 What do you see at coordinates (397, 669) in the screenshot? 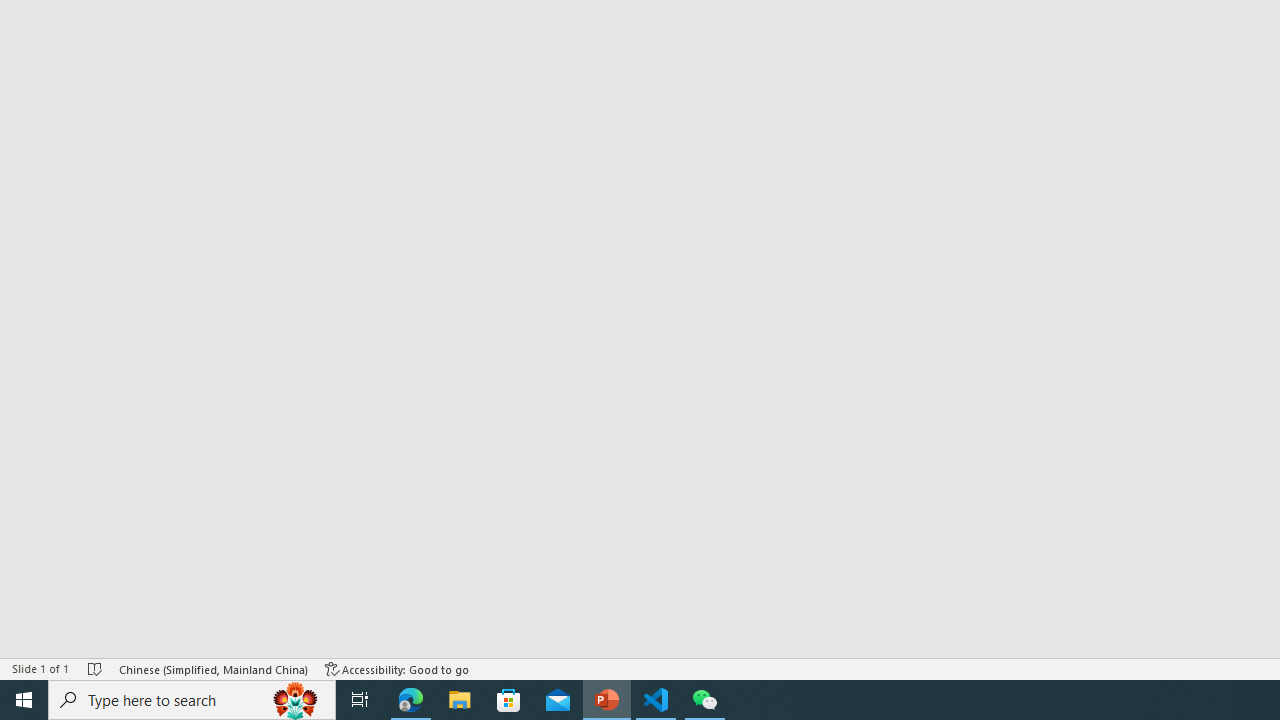
I see `'Accessibility Checker Accessibility: Good to go'` at bounding box center [397, 669].